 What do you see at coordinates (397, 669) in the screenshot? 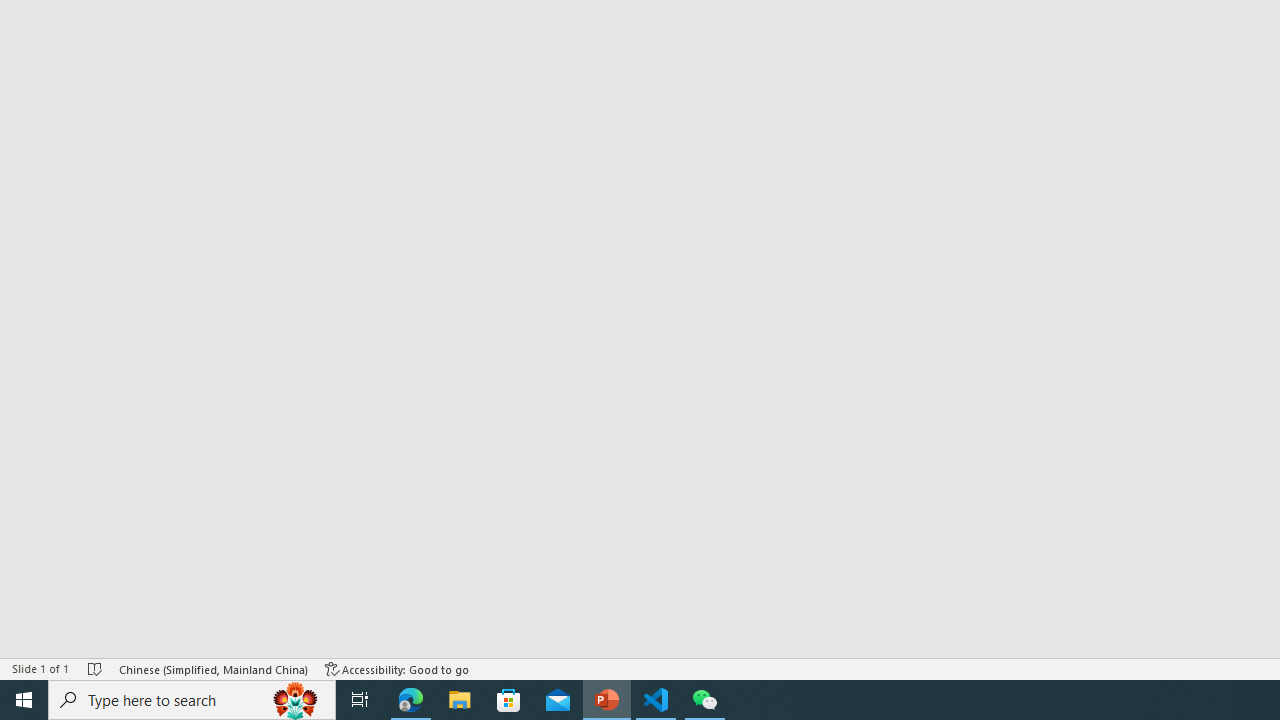
I see `'Accessibility Checker Accessibility: Good to go'` at bounding box center [397, 669].